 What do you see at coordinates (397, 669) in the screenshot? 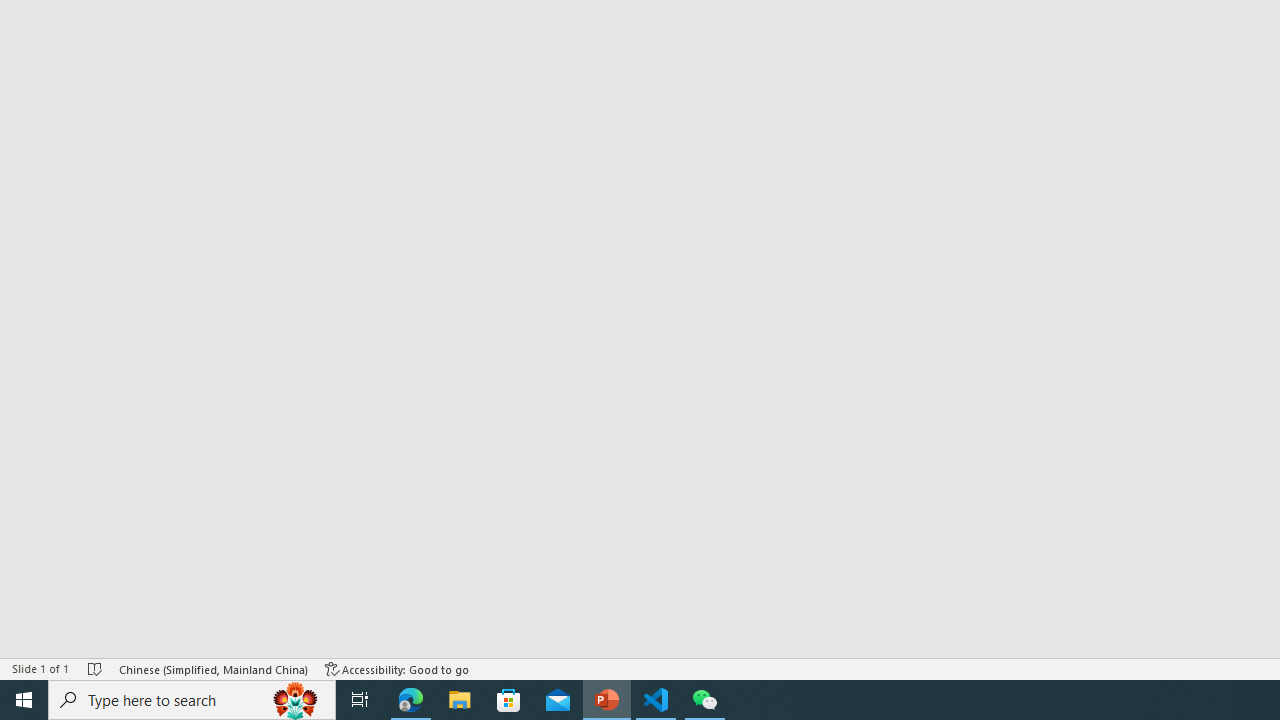
I see `'Accessibility Checker Accessibility: Good to go'` at bounding box center [397, 669].